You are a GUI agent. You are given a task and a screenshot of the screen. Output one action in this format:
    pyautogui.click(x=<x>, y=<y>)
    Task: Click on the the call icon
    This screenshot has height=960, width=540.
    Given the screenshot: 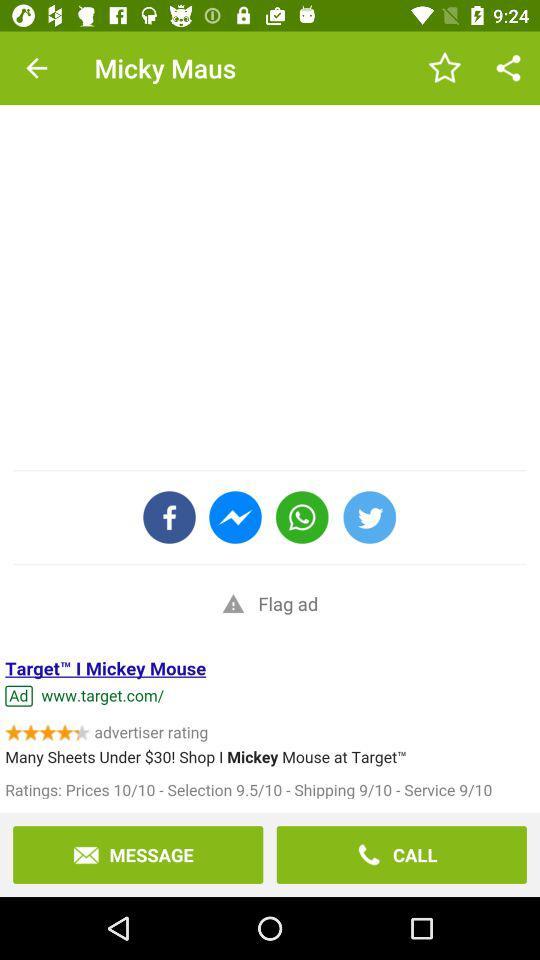 What is the action you would take?
    pyautogui.click(x=301, y=516)
    